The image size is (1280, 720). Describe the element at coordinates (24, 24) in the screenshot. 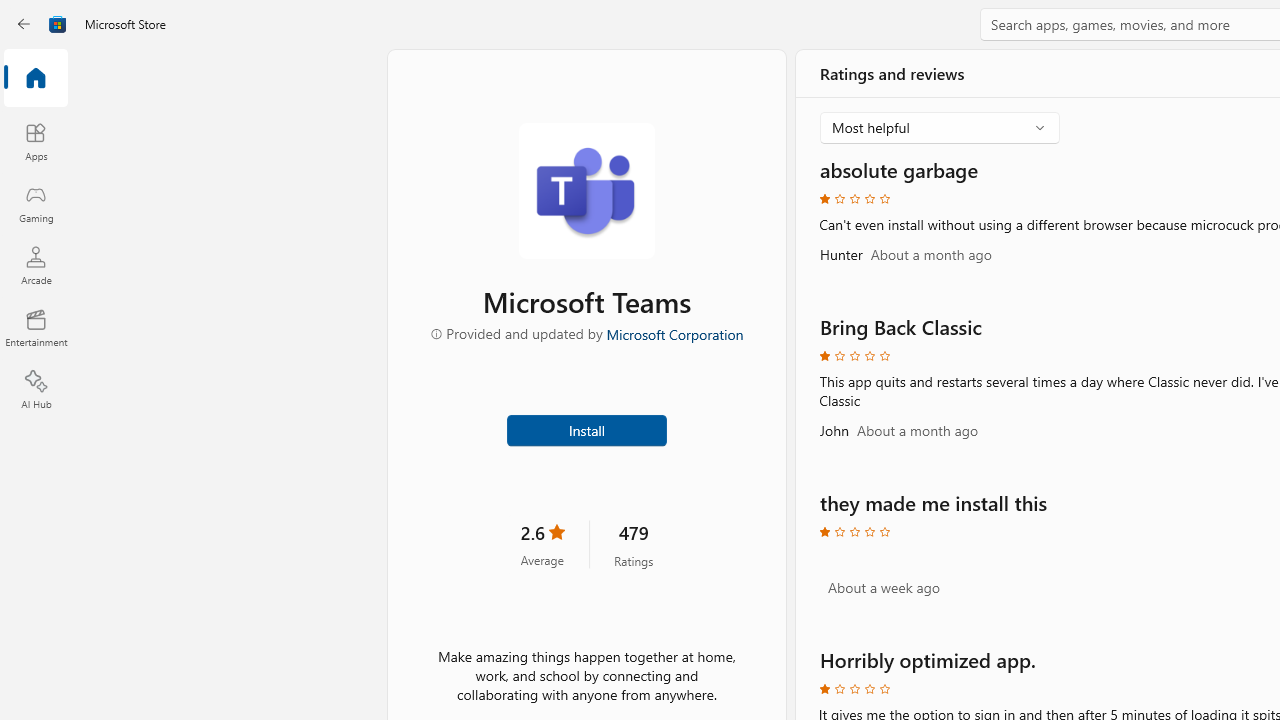

I see `'Back'` at that location.